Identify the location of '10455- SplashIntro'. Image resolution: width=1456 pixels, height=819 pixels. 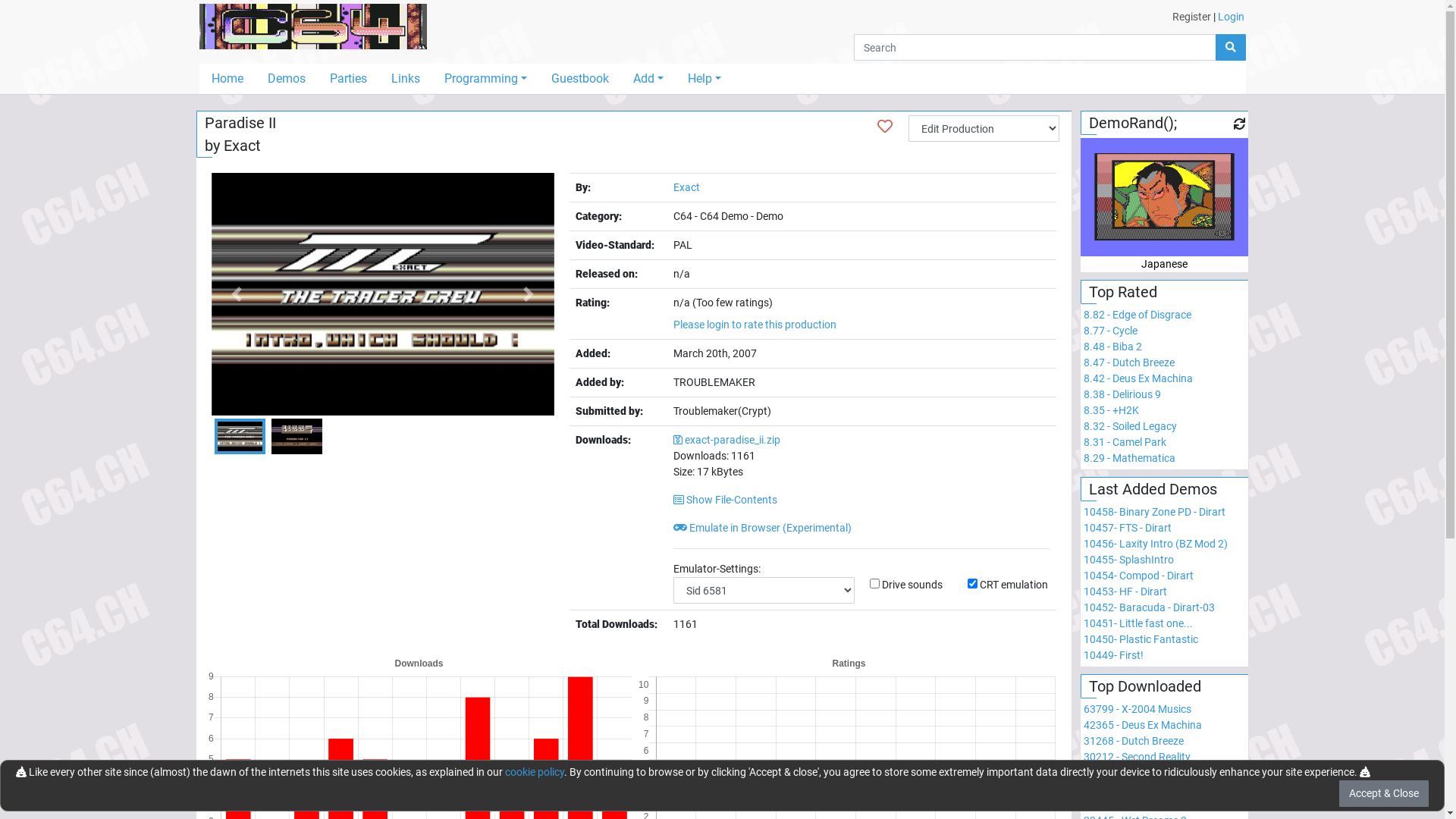
(1128, 559).